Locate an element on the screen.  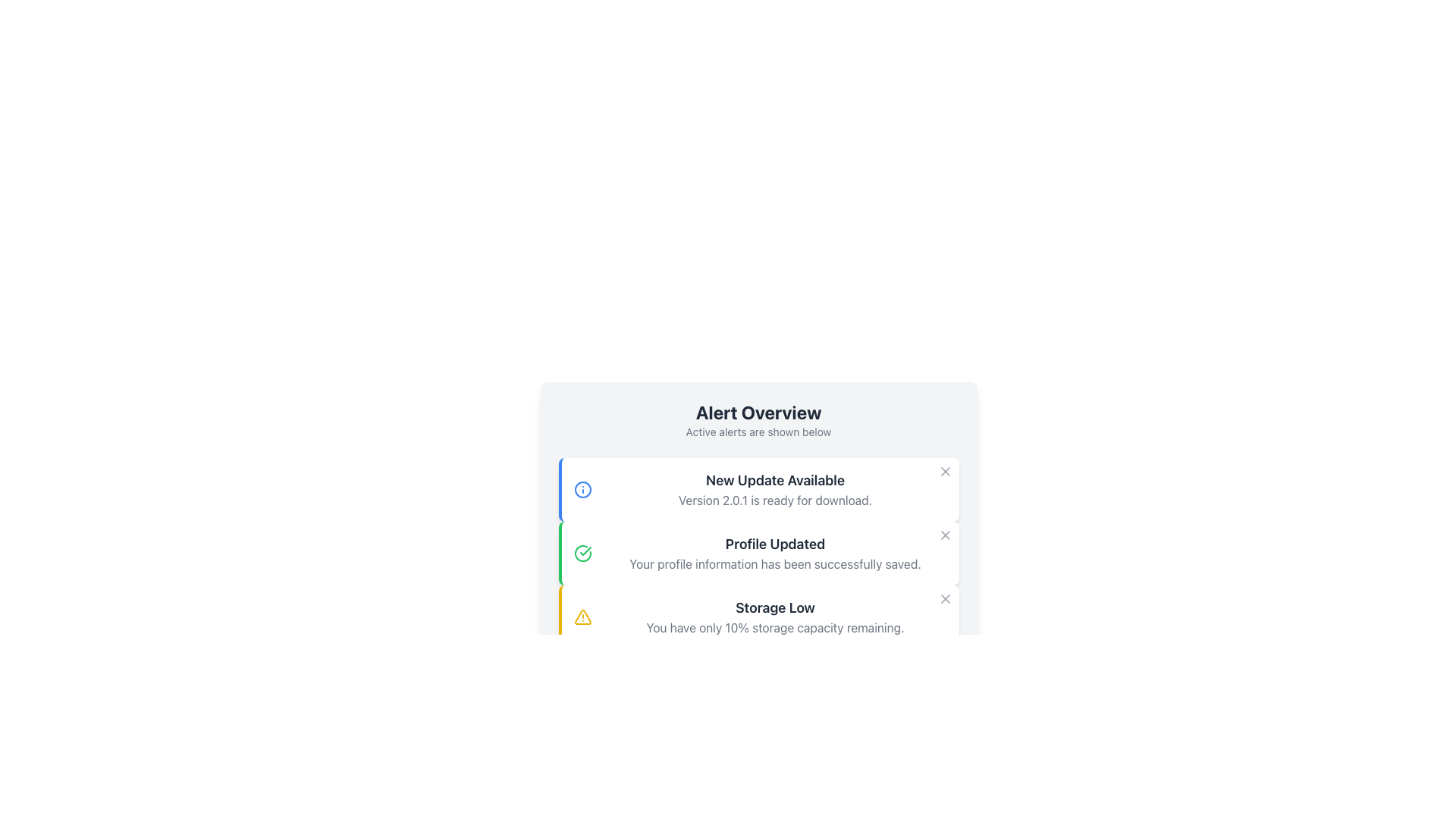
the static text block that announces the availability of a new update (version 2.0.1) located under the heading 'Alert Overview' is located at coordinates (775, 489).